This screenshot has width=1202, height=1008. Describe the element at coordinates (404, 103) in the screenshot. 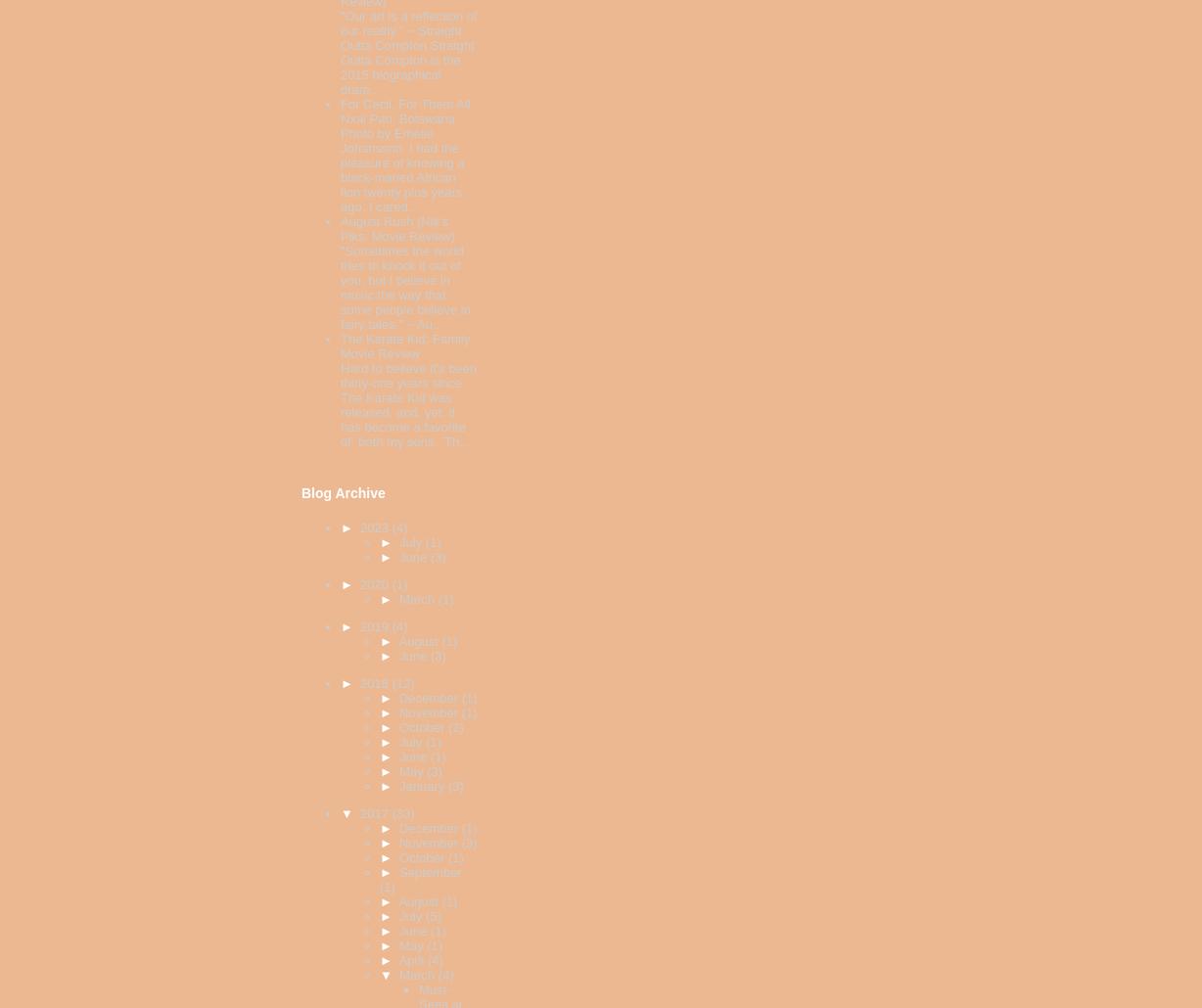

I see `'For Cecil, For Them All'` at that location.